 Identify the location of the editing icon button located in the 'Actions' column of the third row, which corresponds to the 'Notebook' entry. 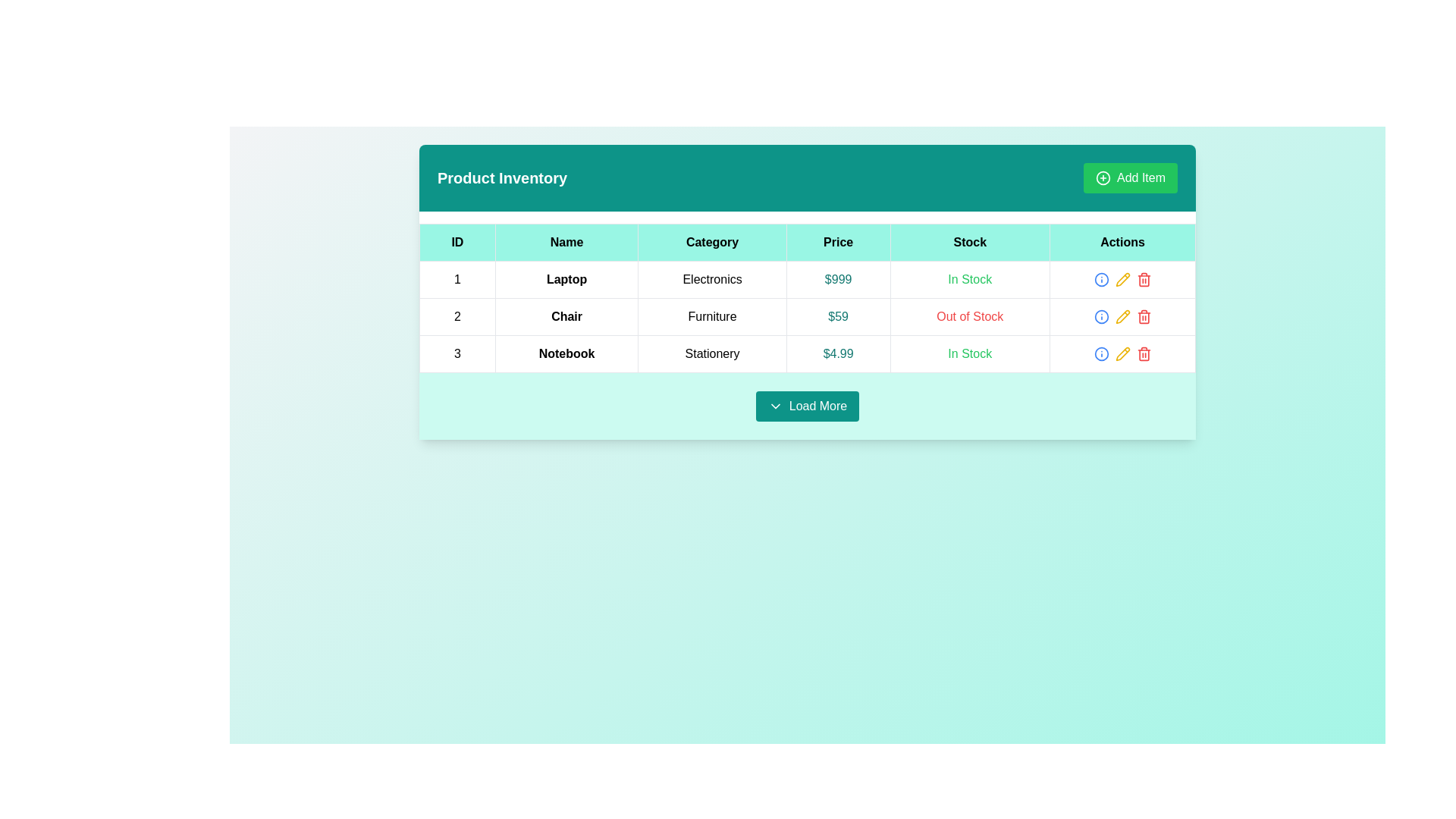
(1122, 353).